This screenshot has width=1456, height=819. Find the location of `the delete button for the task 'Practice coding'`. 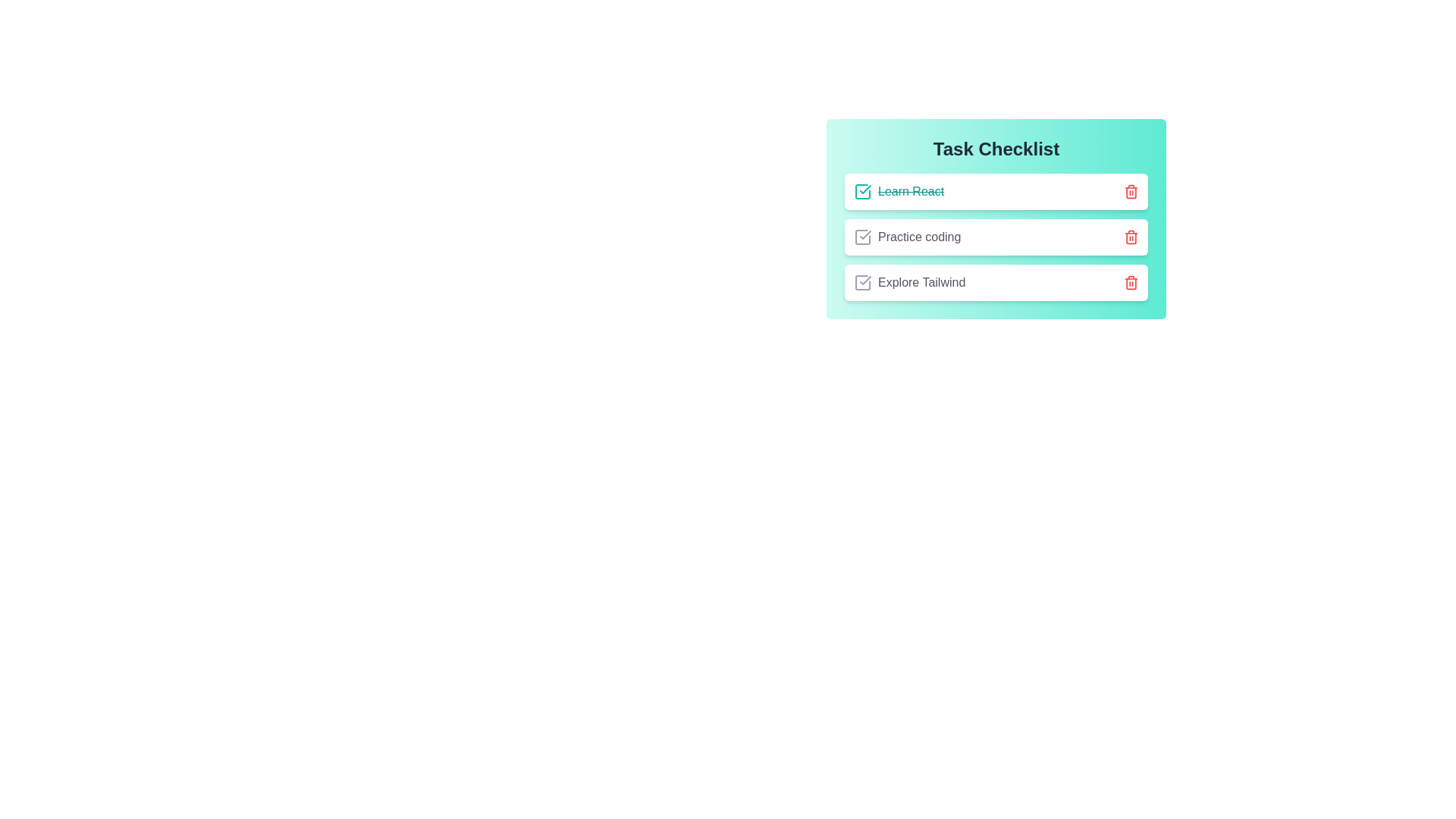

the delete button for the task 'Practice coding' is located at coordinates (1131, 237).